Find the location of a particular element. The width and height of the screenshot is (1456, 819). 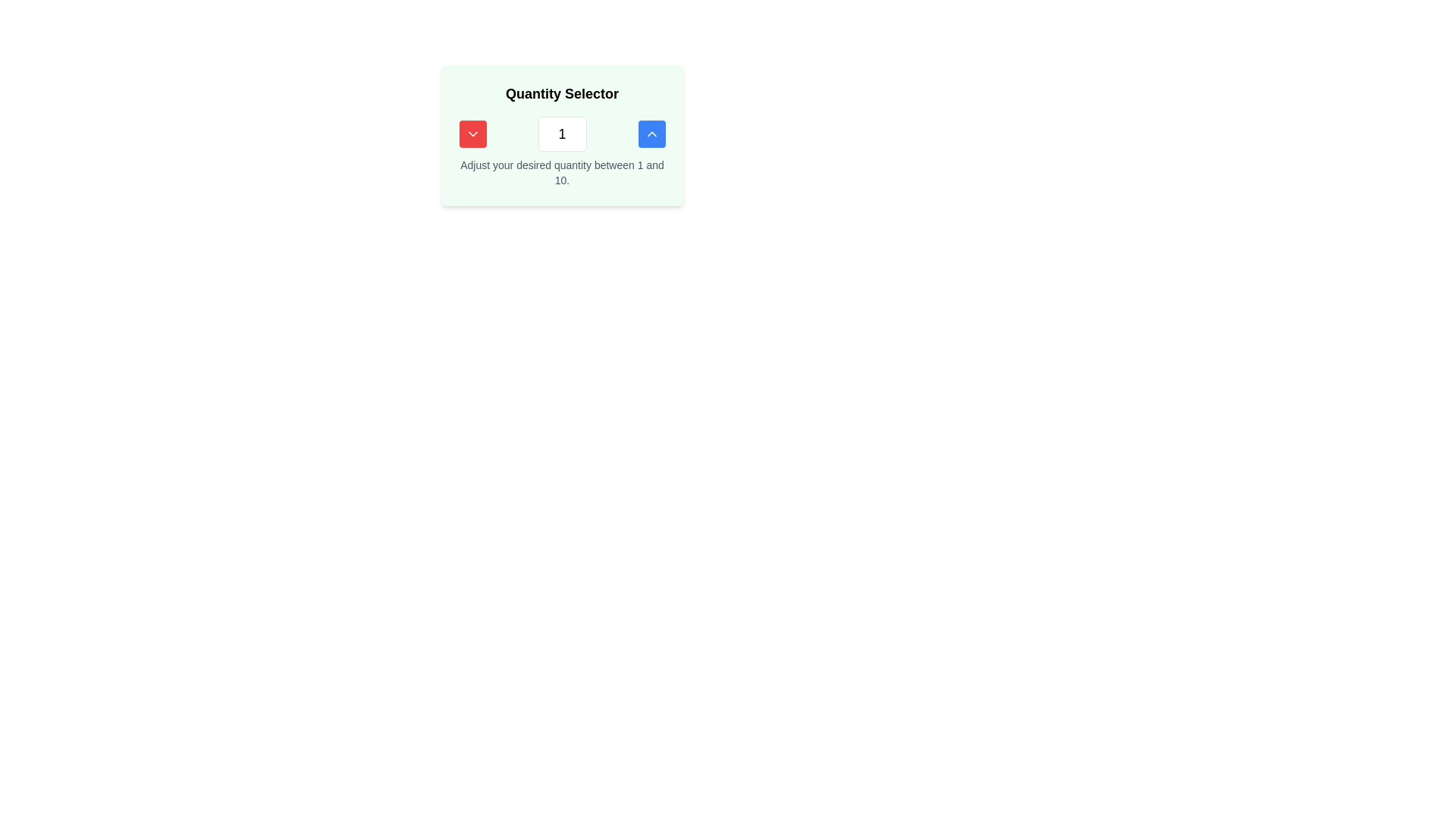

the rectangular text input field displaying the value '1' to focus on it is located at coordinates (561, 133).